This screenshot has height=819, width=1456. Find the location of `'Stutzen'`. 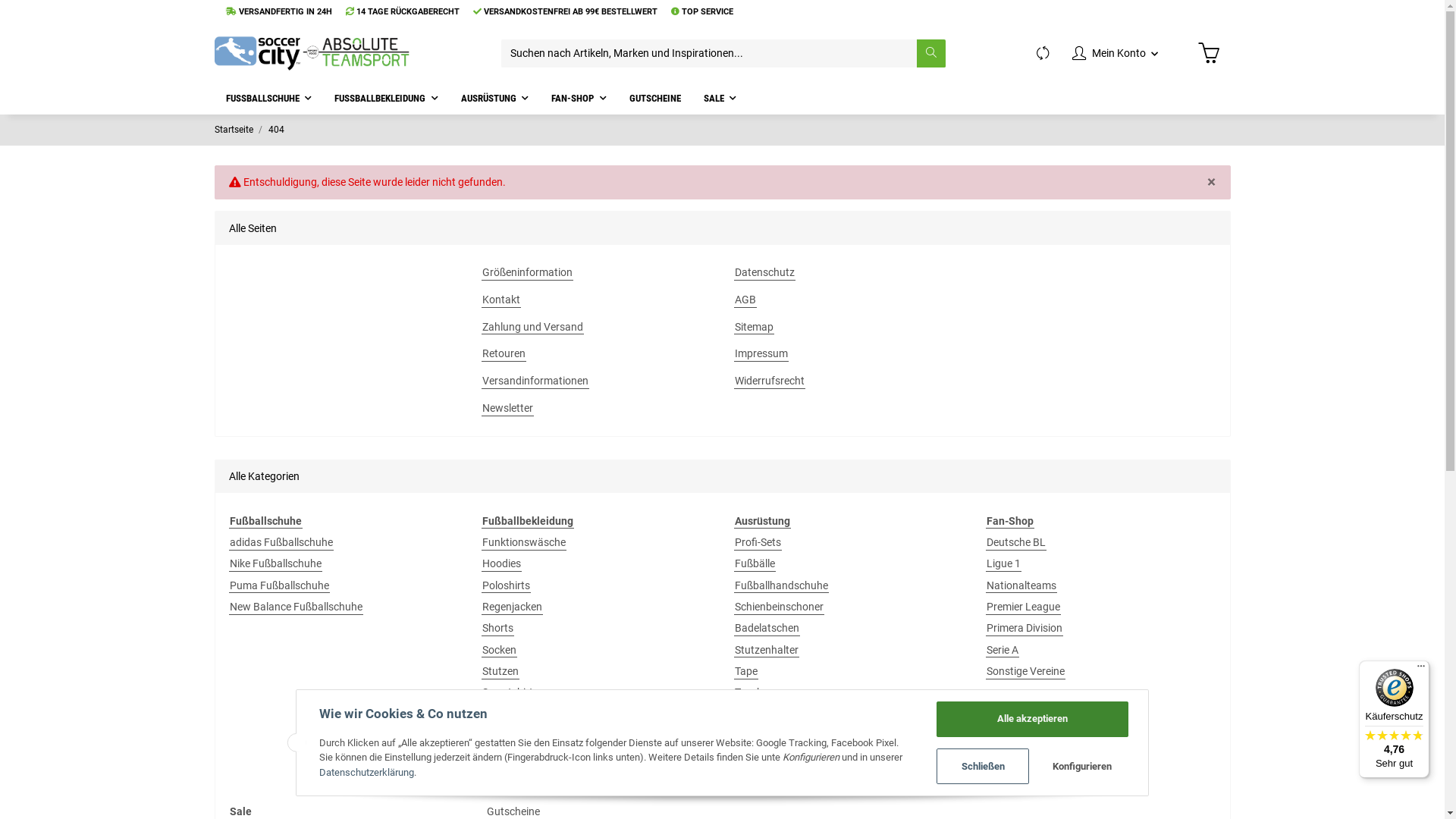

'Stutzen' is located at coordinates (480, 670).